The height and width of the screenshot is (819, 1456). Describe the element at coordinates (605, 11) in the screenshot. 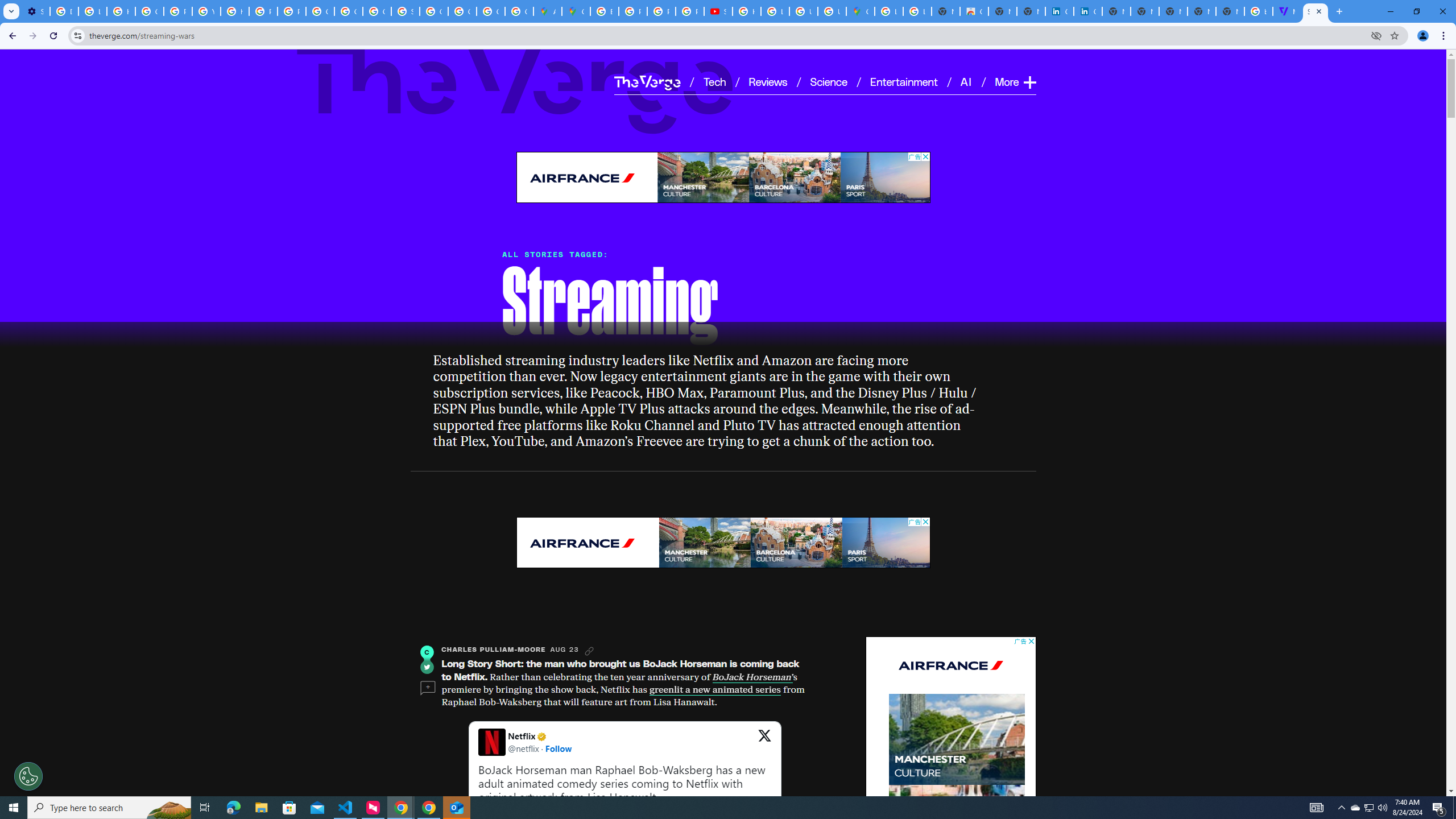

I see `'Blogger Policies and Guidelines - Transparency Center'` at that location.